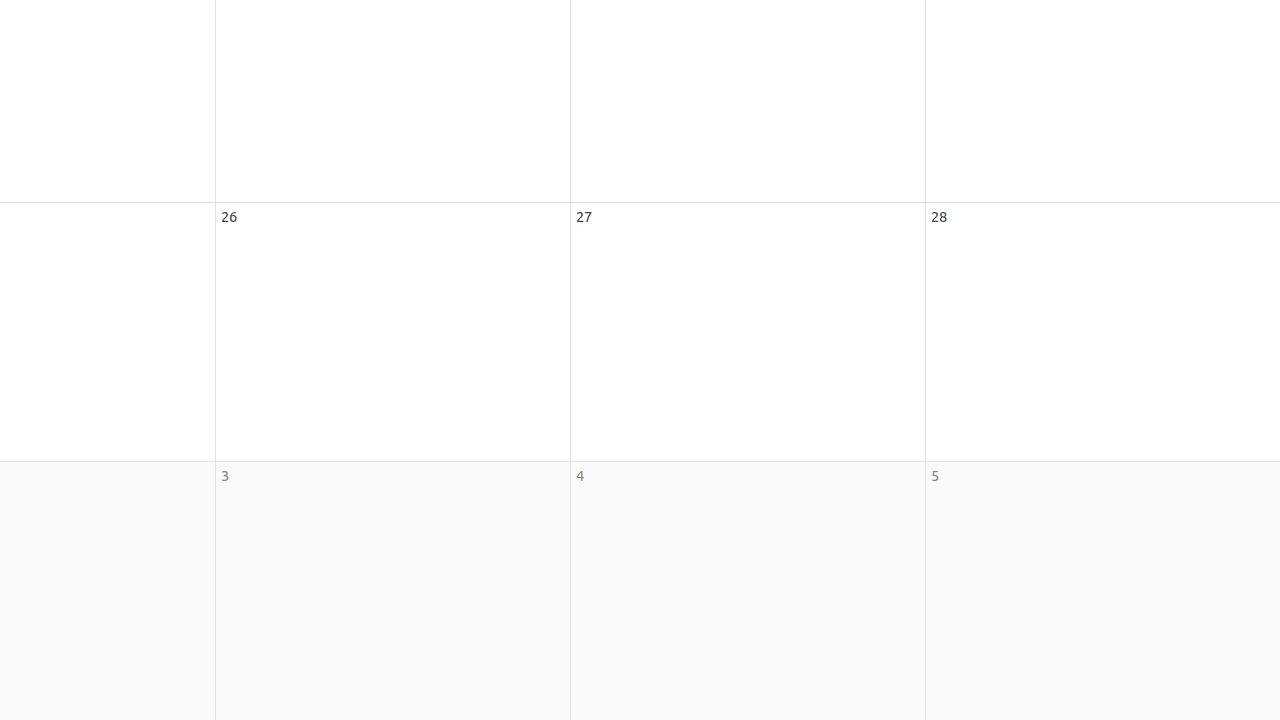  Describe the element at coordinates (578, 475) in the screenshot. I see `'4'` at that location.